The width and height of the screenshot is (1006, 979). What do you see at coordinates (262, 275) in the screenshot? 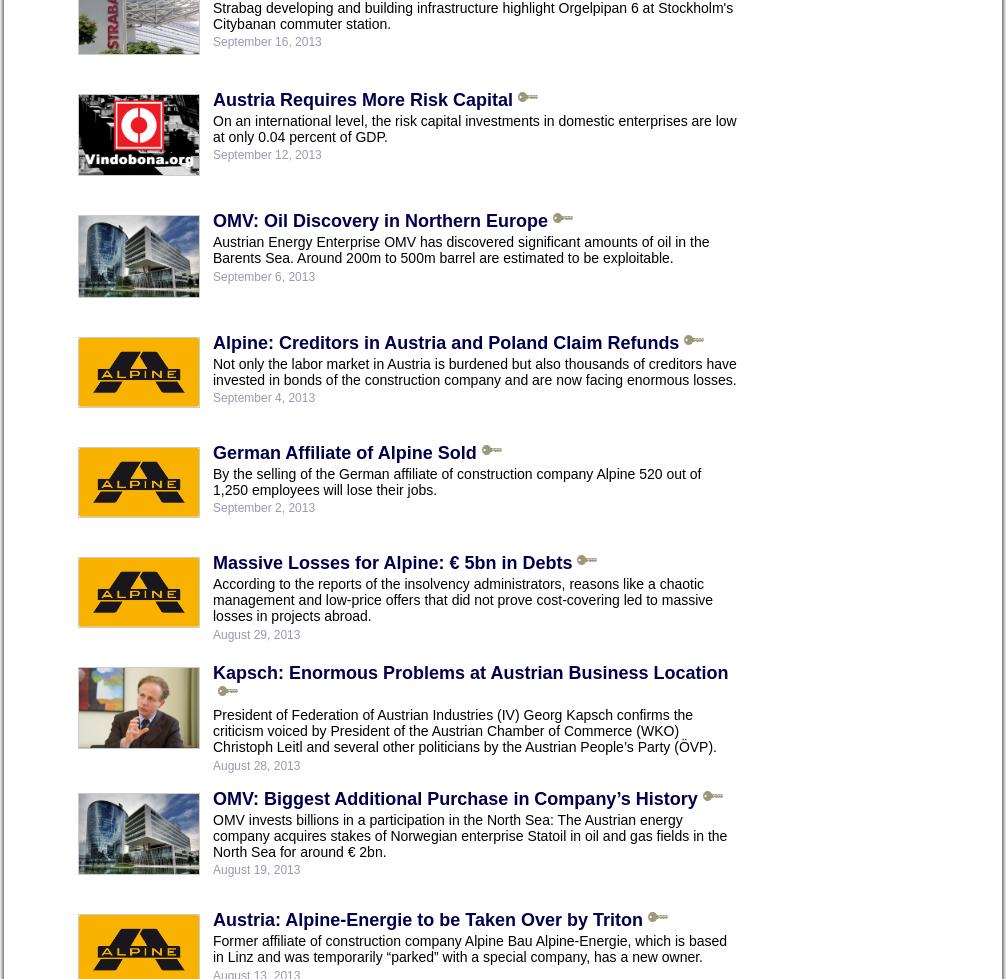
I see `'September 6, 2013'` at bounding box center [262, 275].